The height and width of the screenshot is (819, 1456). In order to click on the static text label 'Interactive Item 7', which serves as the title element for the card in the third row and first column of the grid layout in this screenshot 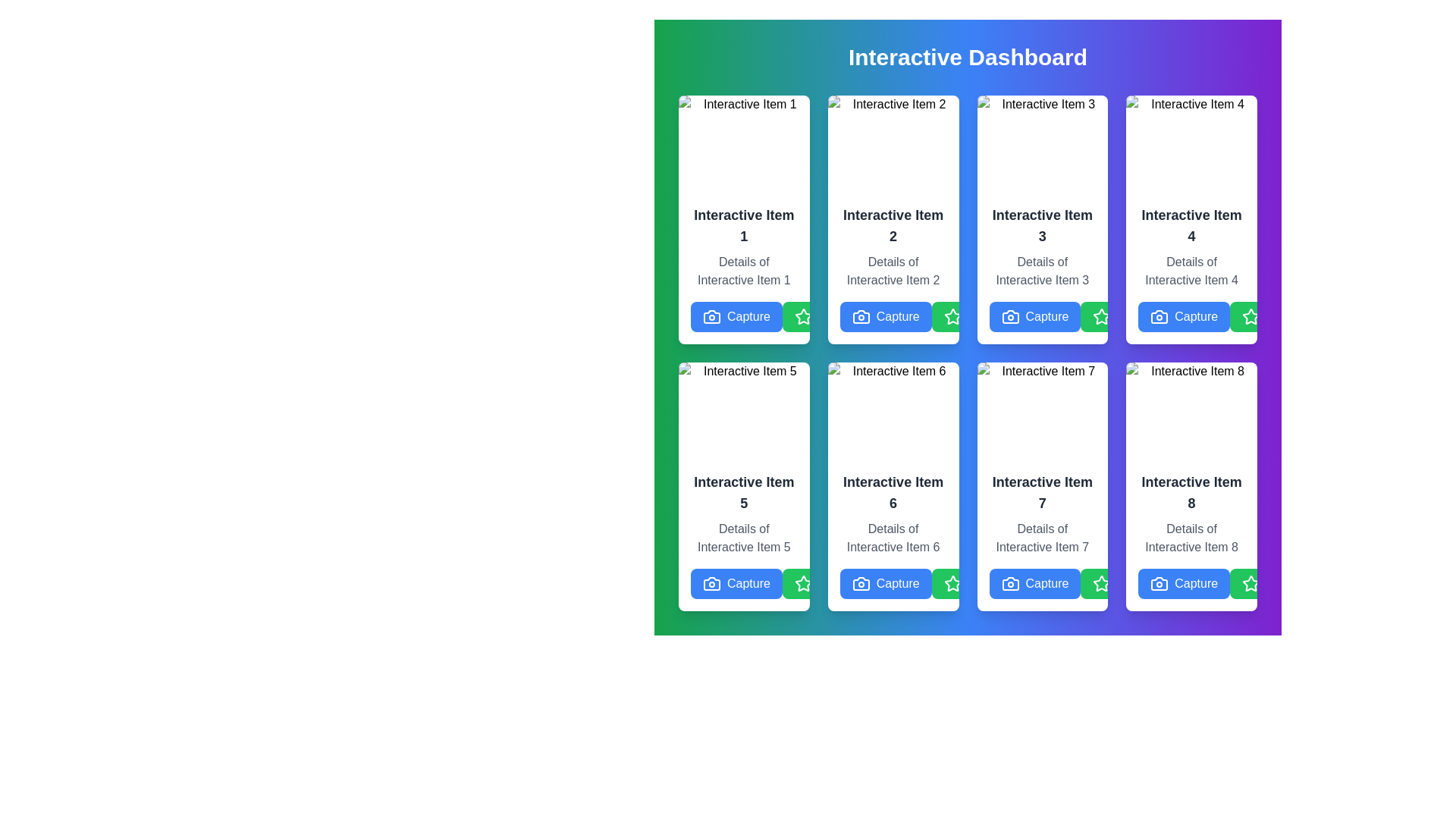, I will do `click(1041, 493)`.